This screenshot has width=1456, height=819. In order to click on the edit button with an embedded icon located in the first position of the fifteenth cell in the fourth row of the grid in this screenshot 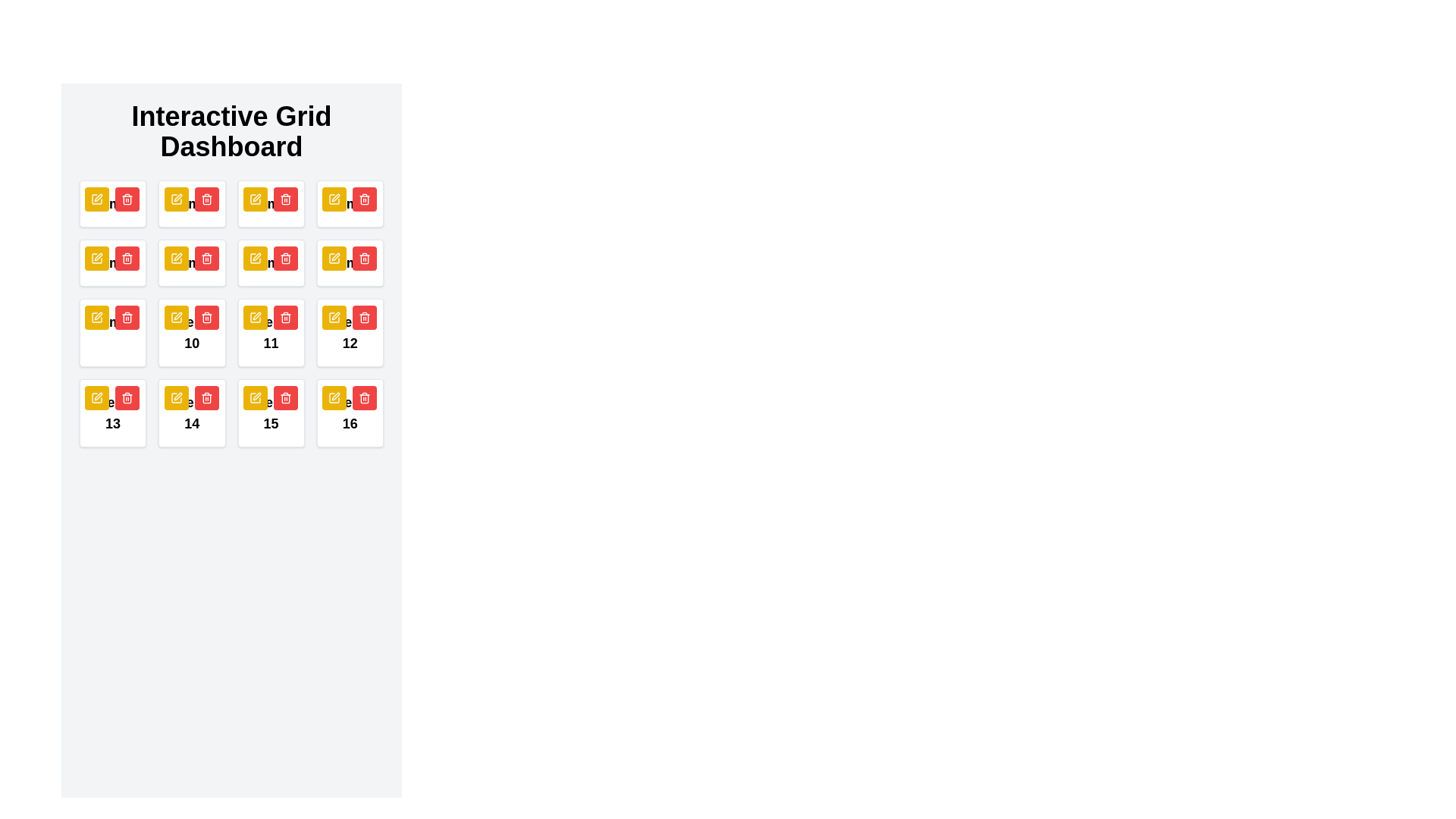, I will do `click(255, 397)`.